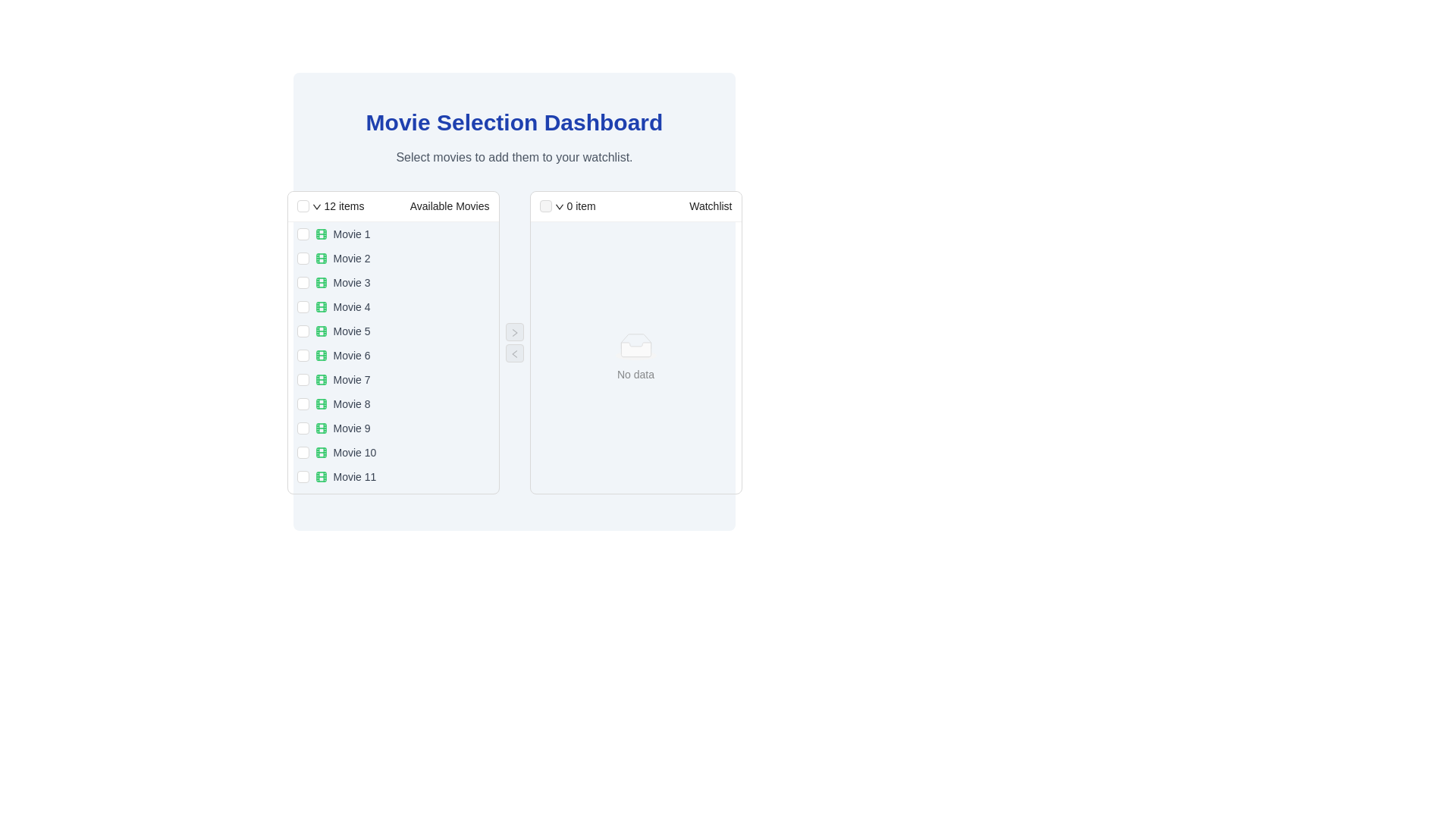 This screenshot has height=819, width=1456. What do you see at coordinates (351, 428) in the screenshot?
I see `text label representing the movie titled 'Movie 9', which is the ninth entry in the 'Available Movies' list located in the middle-left section of the interface` at bounding box center [351, 428].